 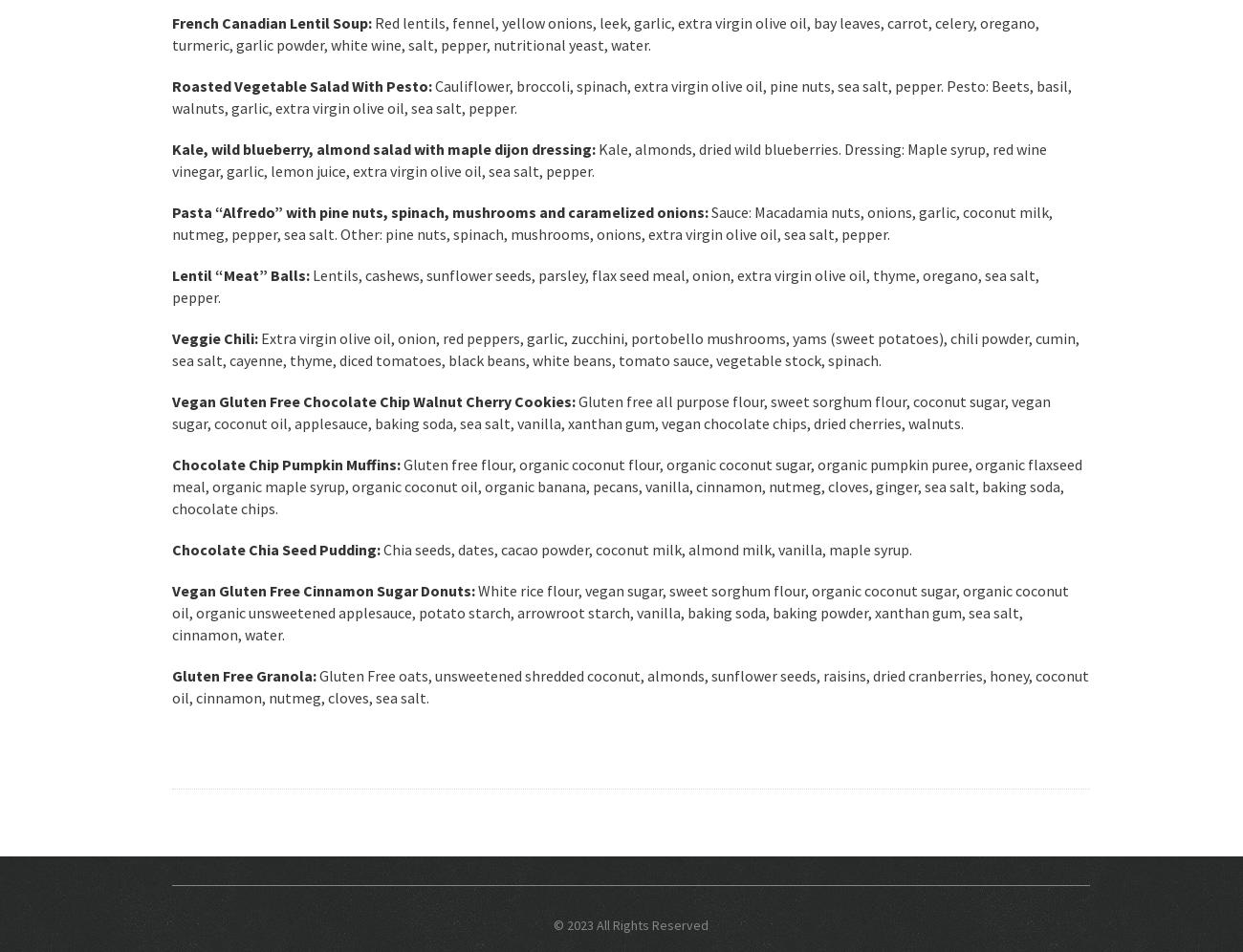 What do you see at coordinates (439, 211) in the screenshot?
I see `'Pasta “Alfredo” with pine nuts, spinach, mushrooms and caramelized onions:'` at bounding box center [439, 211].